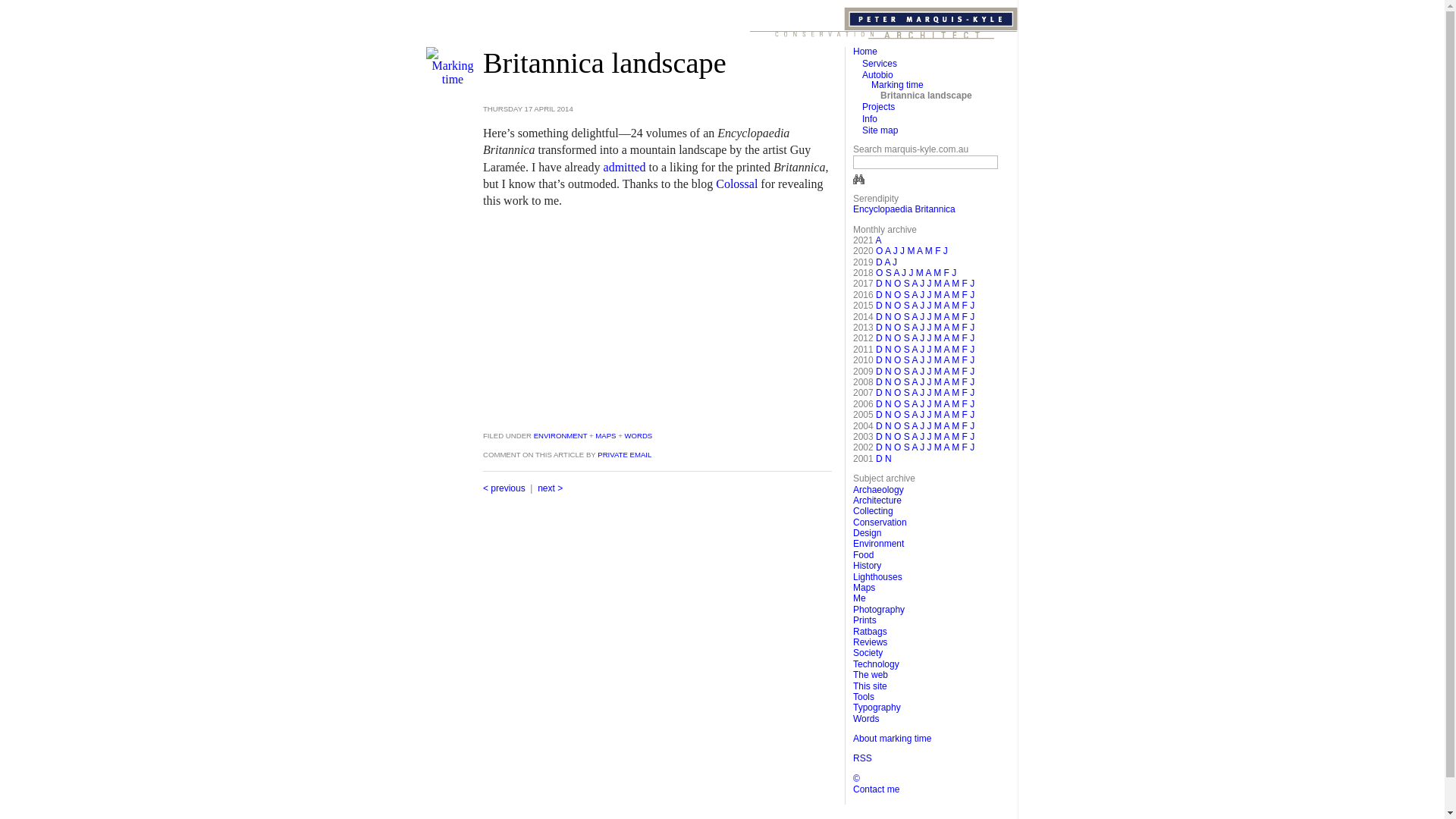 This screenshot has height=819, width=1456. Describe the element at coordinates (870, 118) in the screenshot. I see `'Info'` at that location.